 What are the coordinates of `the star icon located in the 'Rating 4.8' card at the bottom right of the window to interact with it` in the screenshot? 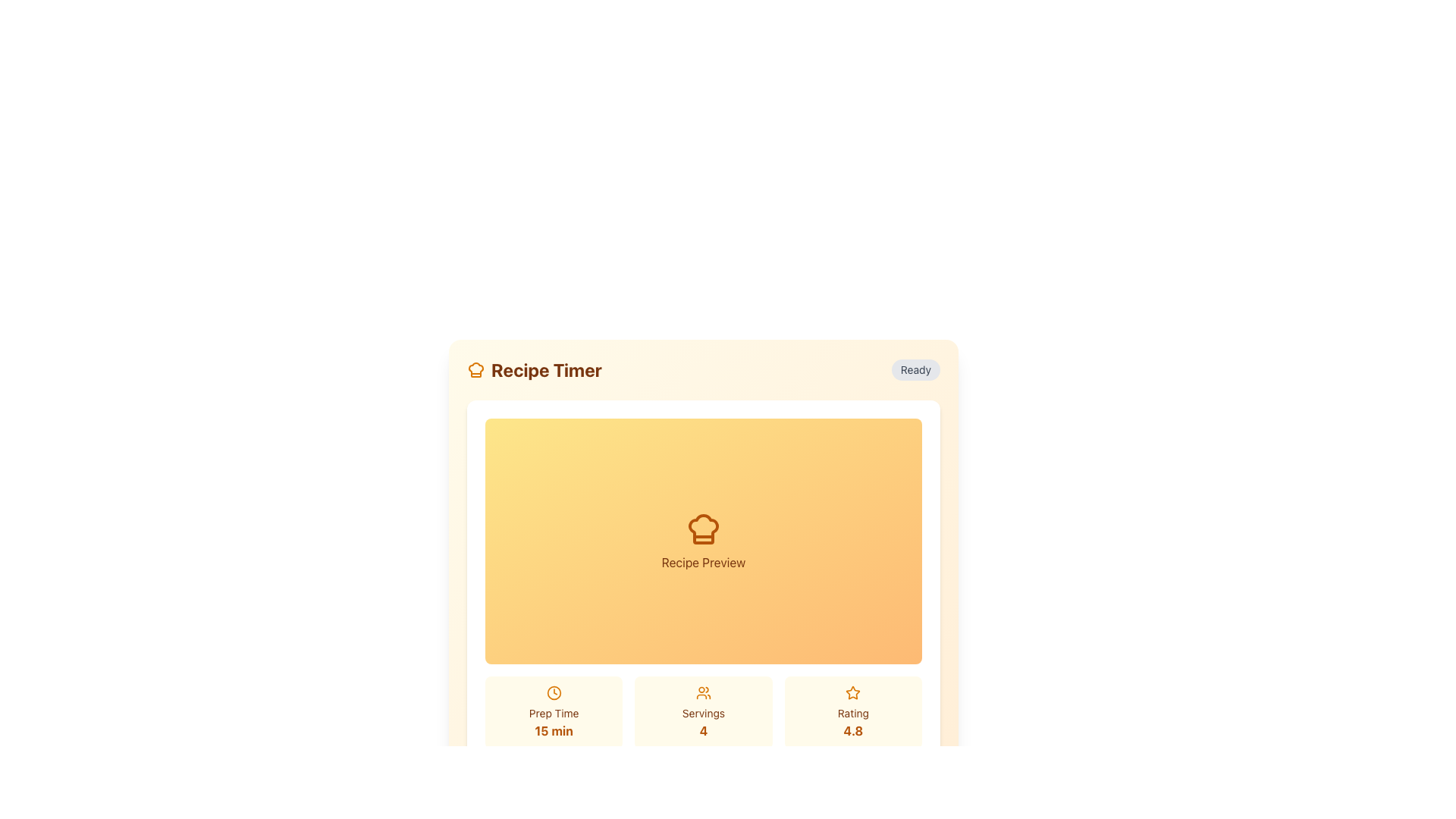 It's located at (853, 692).